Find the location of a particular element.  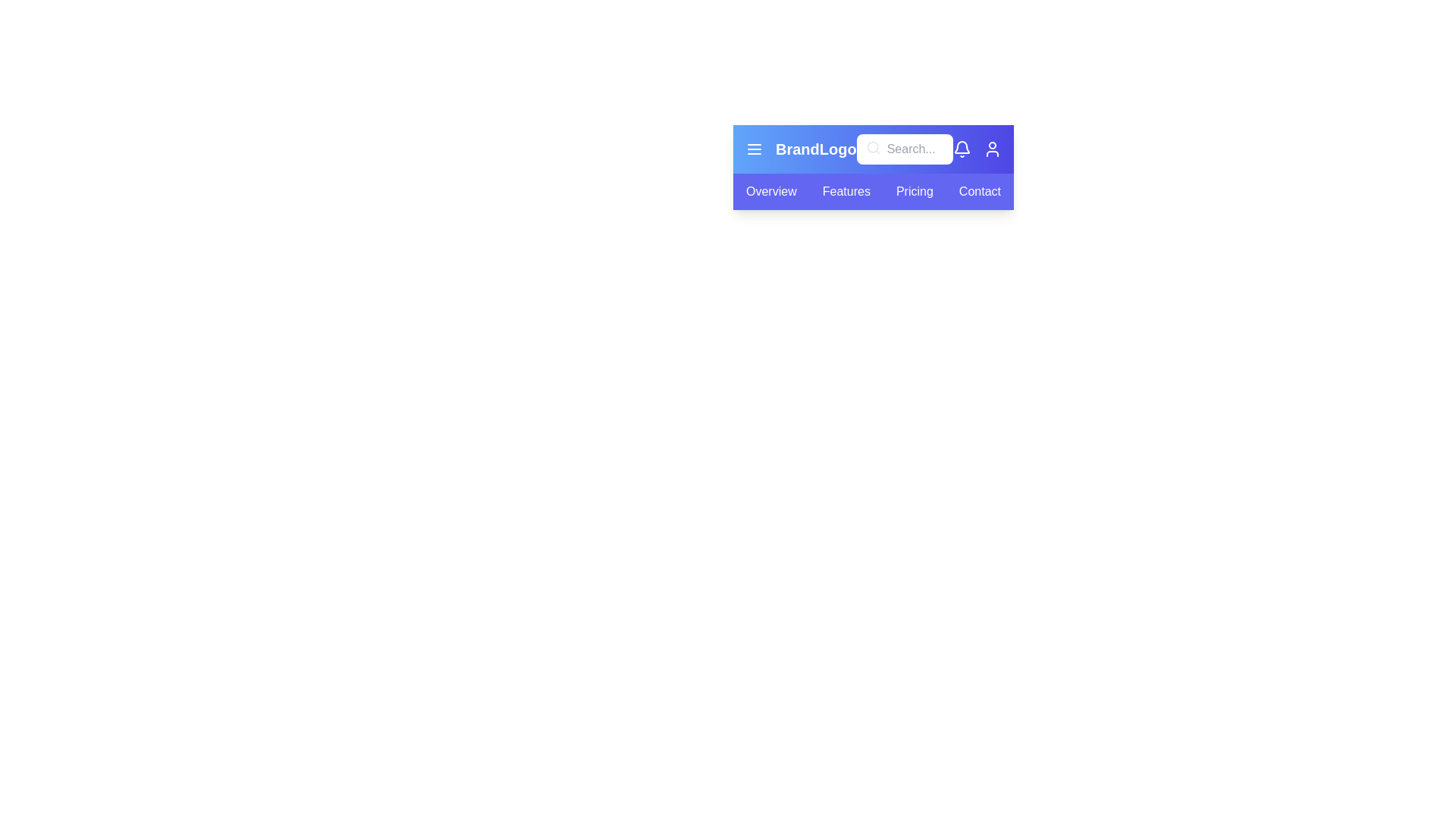

the tab labeled Overview from the navigation bar is located at coordinates (771, 191).